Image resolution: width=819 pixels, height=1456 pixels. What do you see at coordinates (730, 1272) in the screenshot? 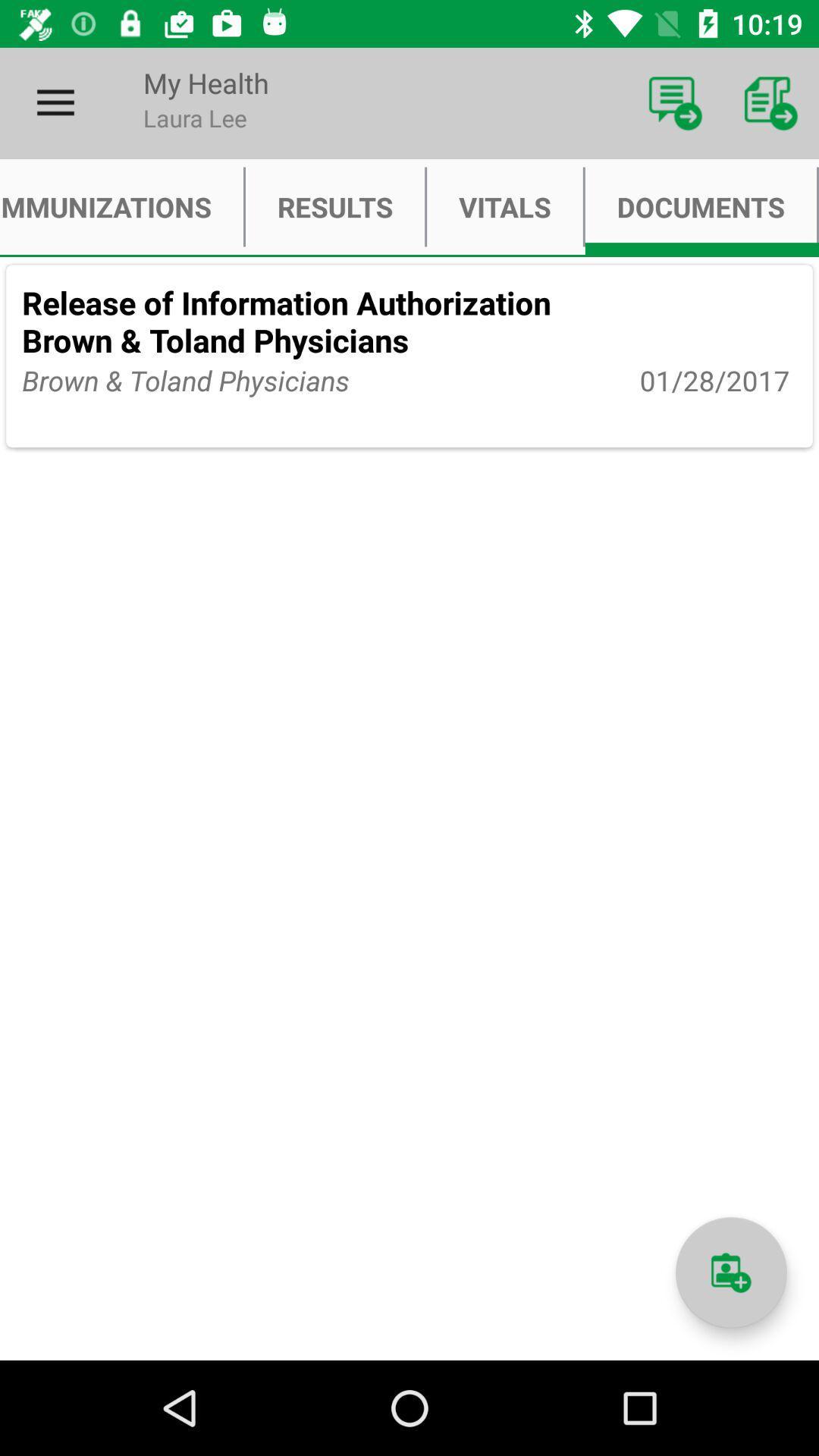
I see `sharre the article` at bounding box center [730, 1272].